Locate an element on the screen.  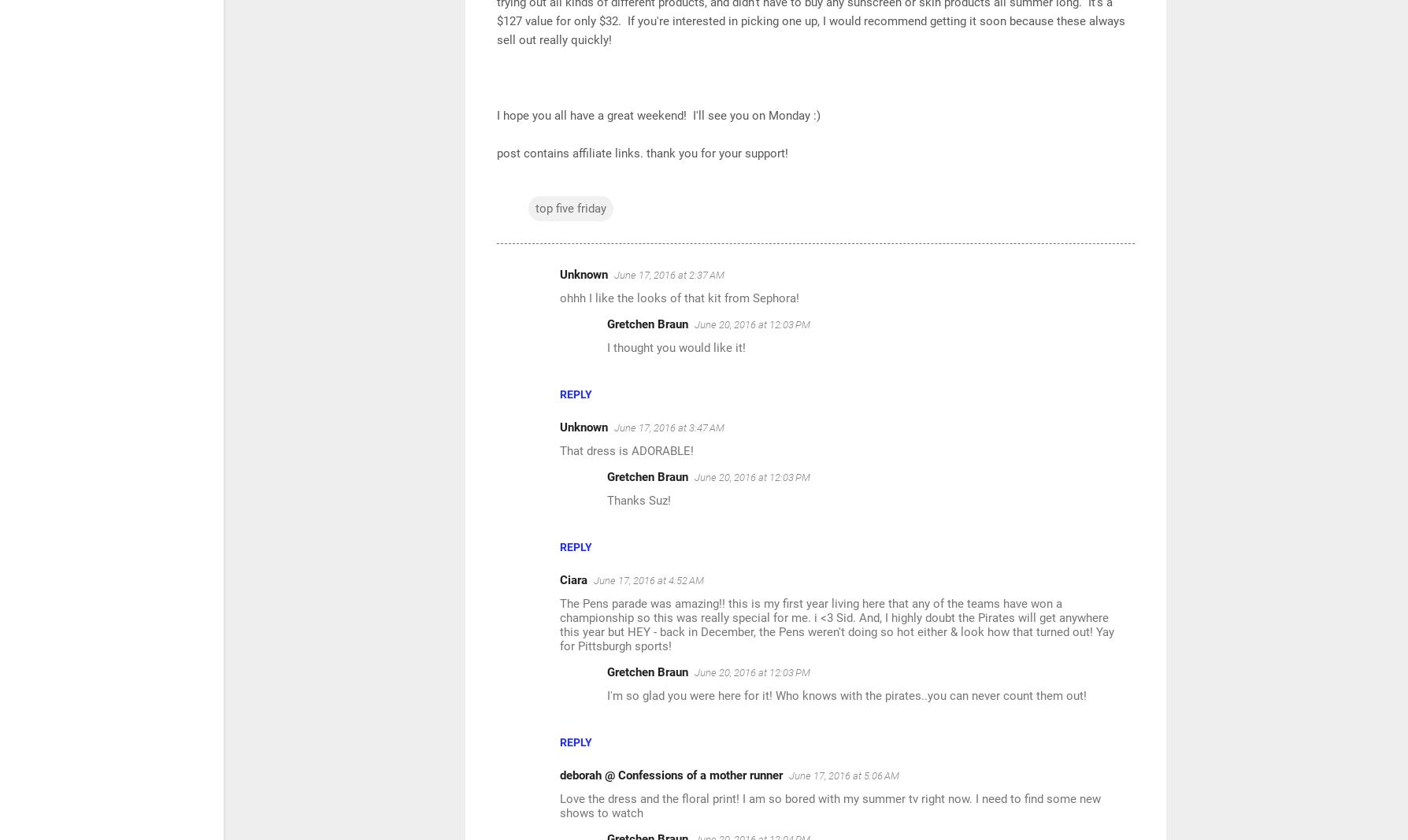
'June 17, 2016 at 4:52 AM' is located at coordinates (648, 579).